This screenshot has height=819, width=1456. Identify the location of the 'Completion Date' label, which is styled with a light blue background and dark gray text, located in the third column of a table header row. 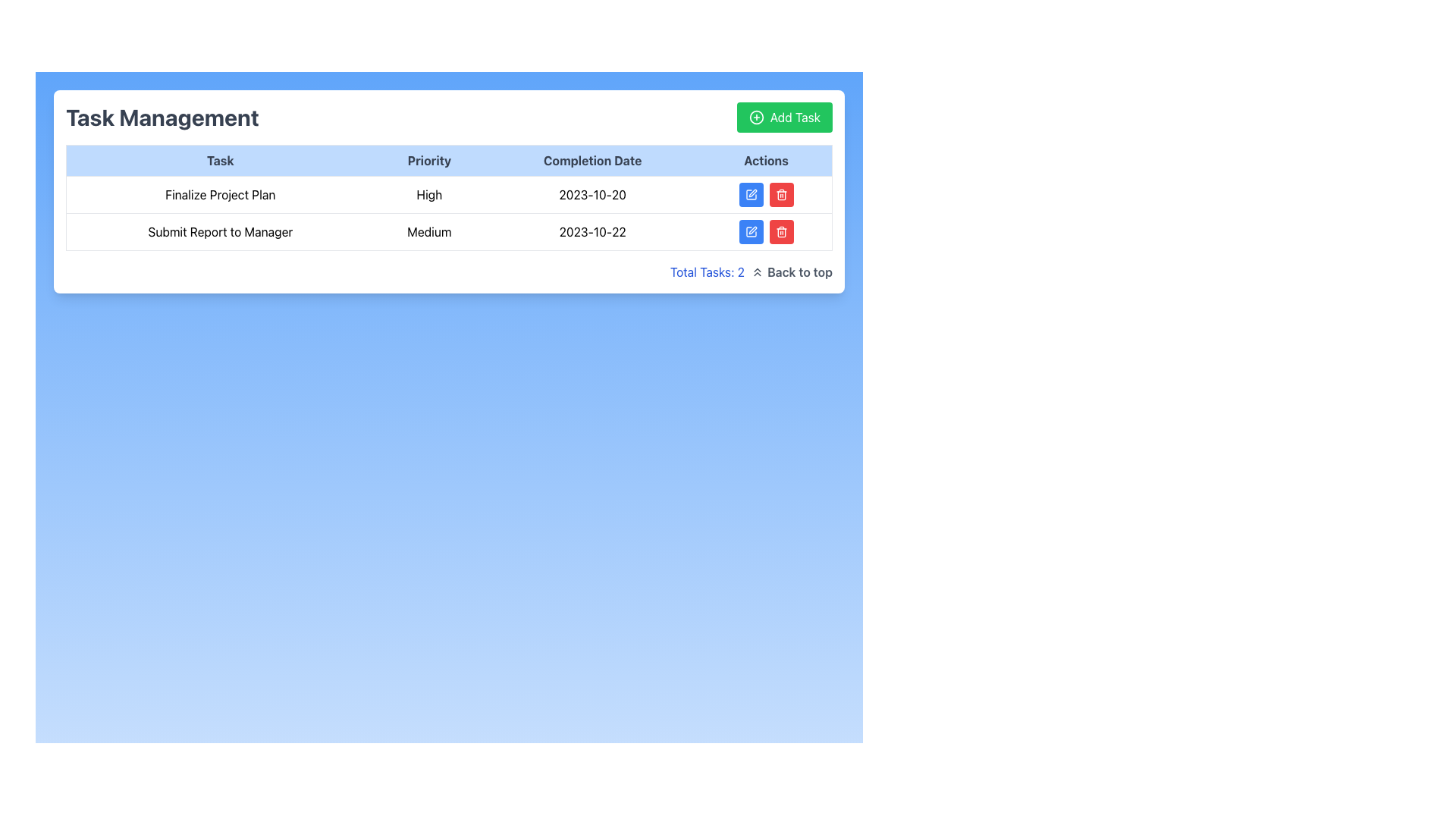
(591, 161).